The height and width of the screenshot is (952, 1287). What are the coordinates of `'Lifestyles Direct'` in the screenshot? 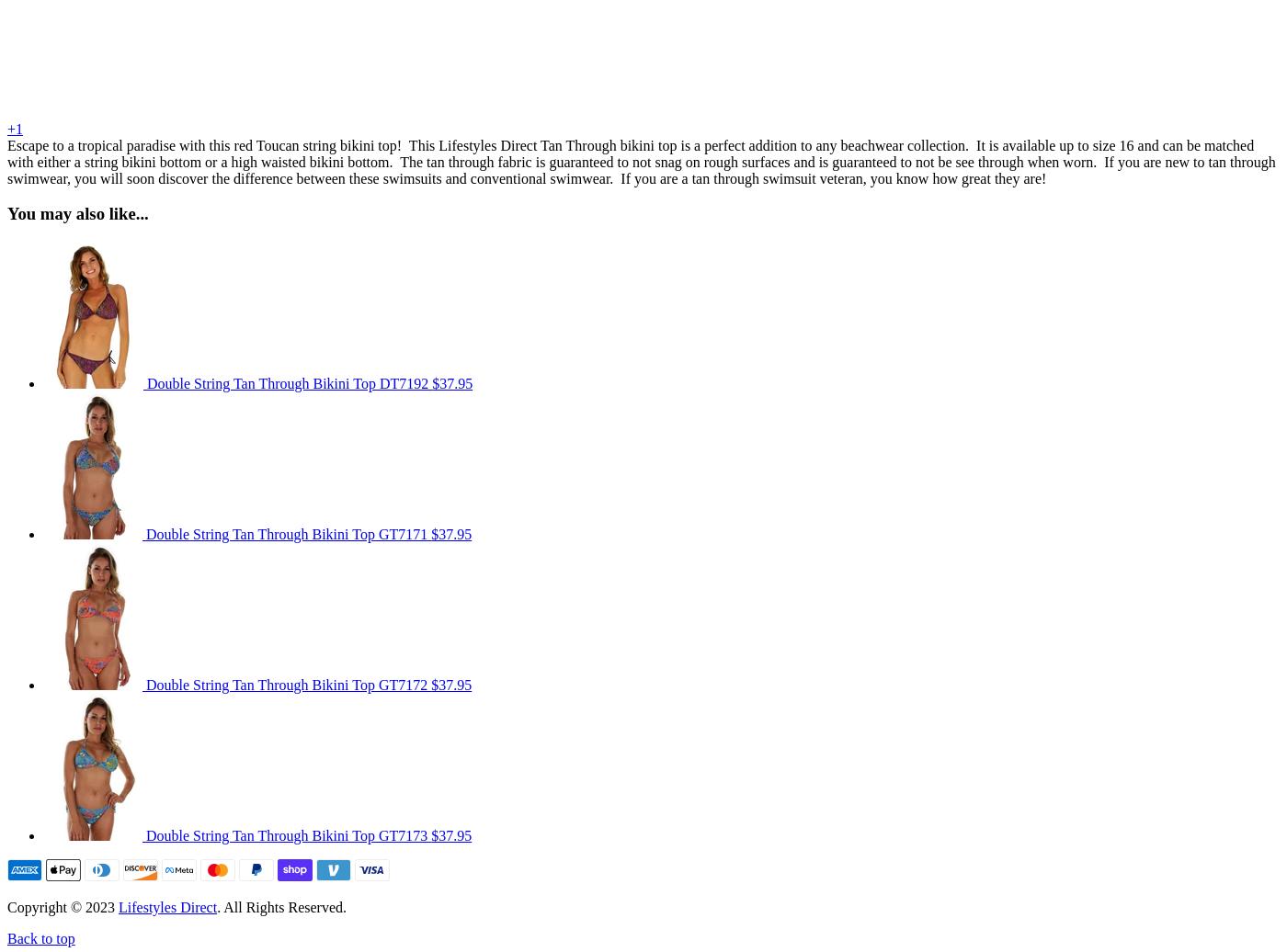 It's located at (167, 907).